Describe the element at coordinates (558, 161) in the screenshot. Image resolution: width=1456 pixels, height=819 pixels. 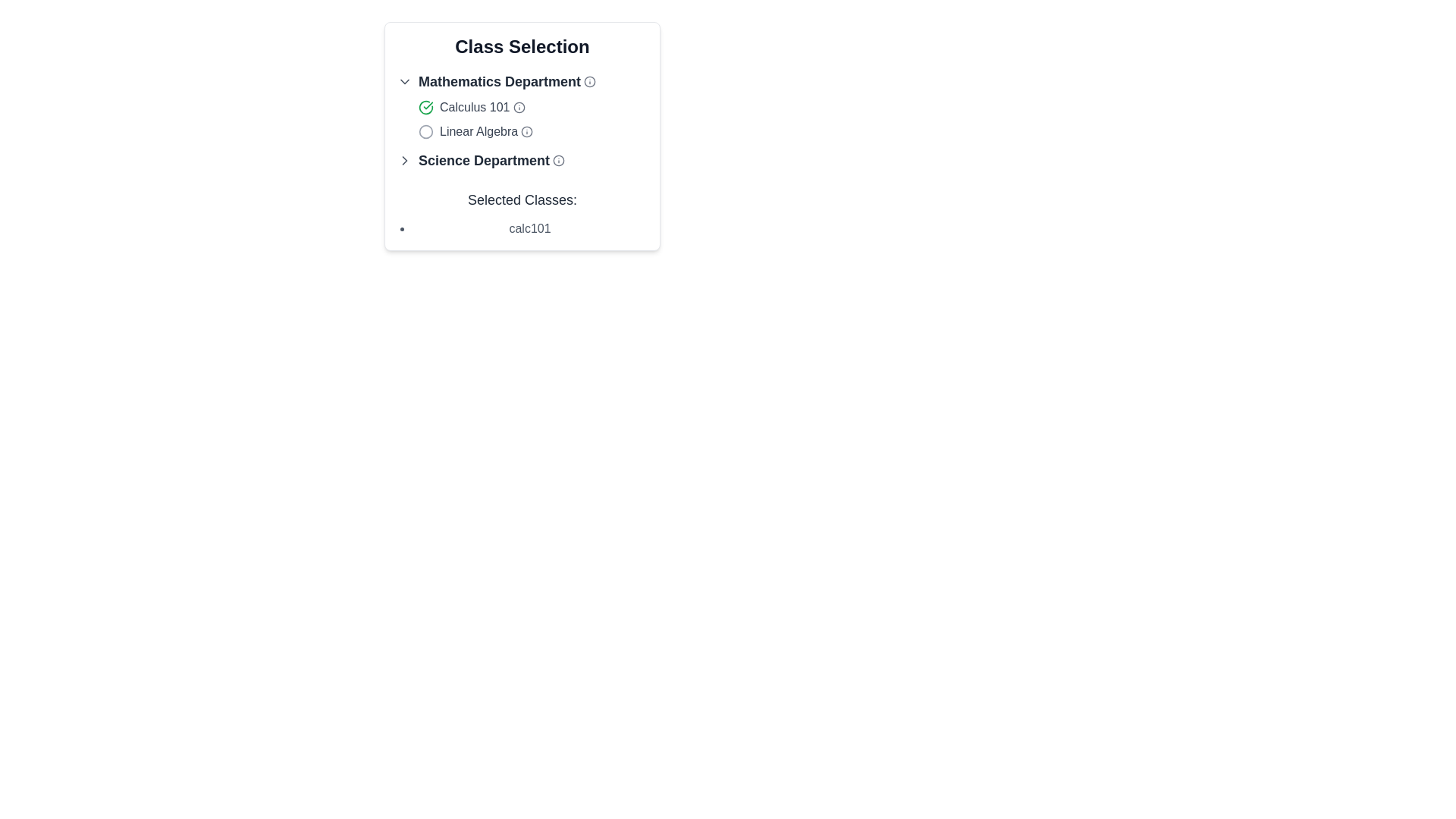
I see `the circular gray icon located to the right of the 'Science Department' label` at that location.